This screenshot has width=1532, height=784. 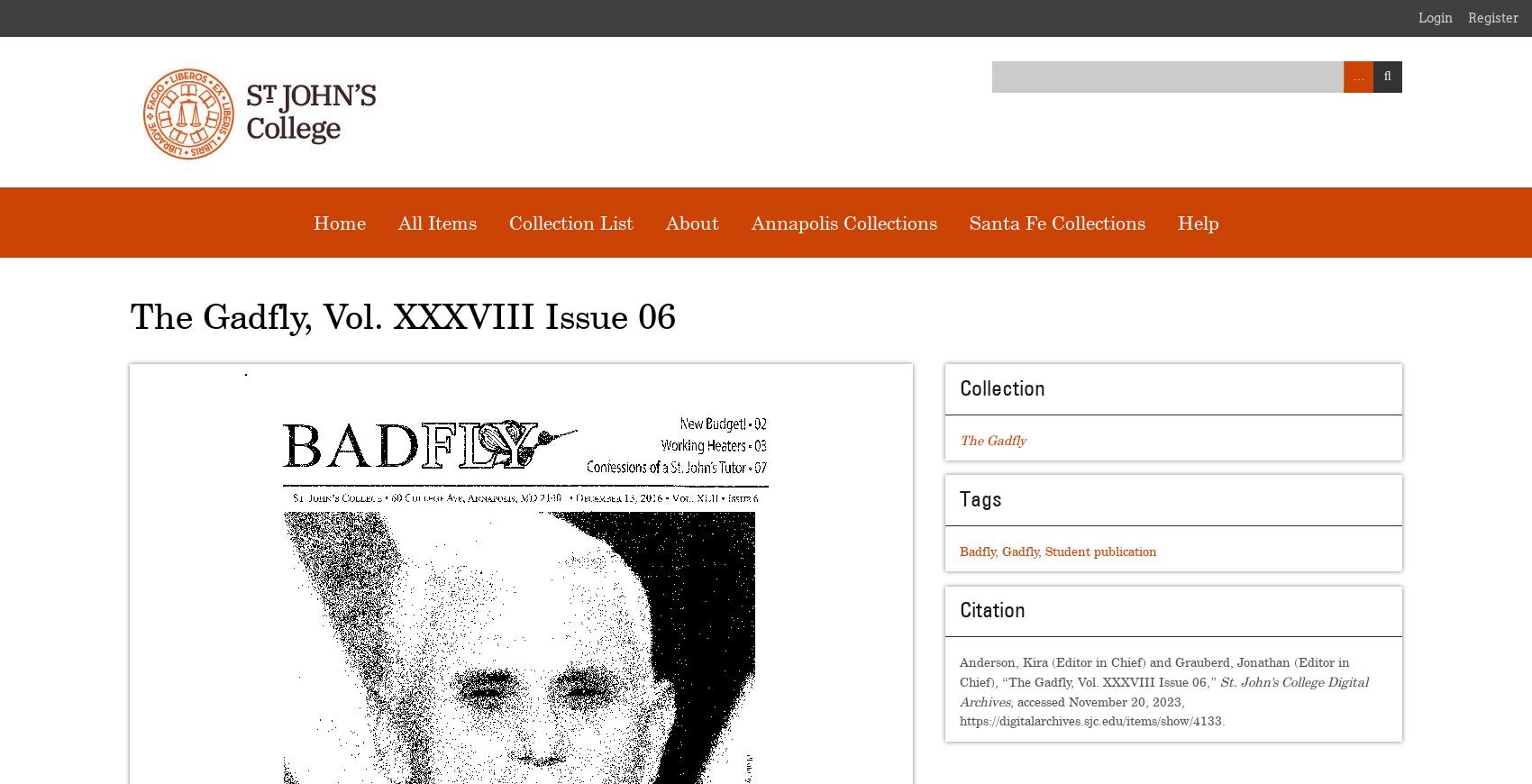 I want to click on 'Help', so click(x=1198, y=222).